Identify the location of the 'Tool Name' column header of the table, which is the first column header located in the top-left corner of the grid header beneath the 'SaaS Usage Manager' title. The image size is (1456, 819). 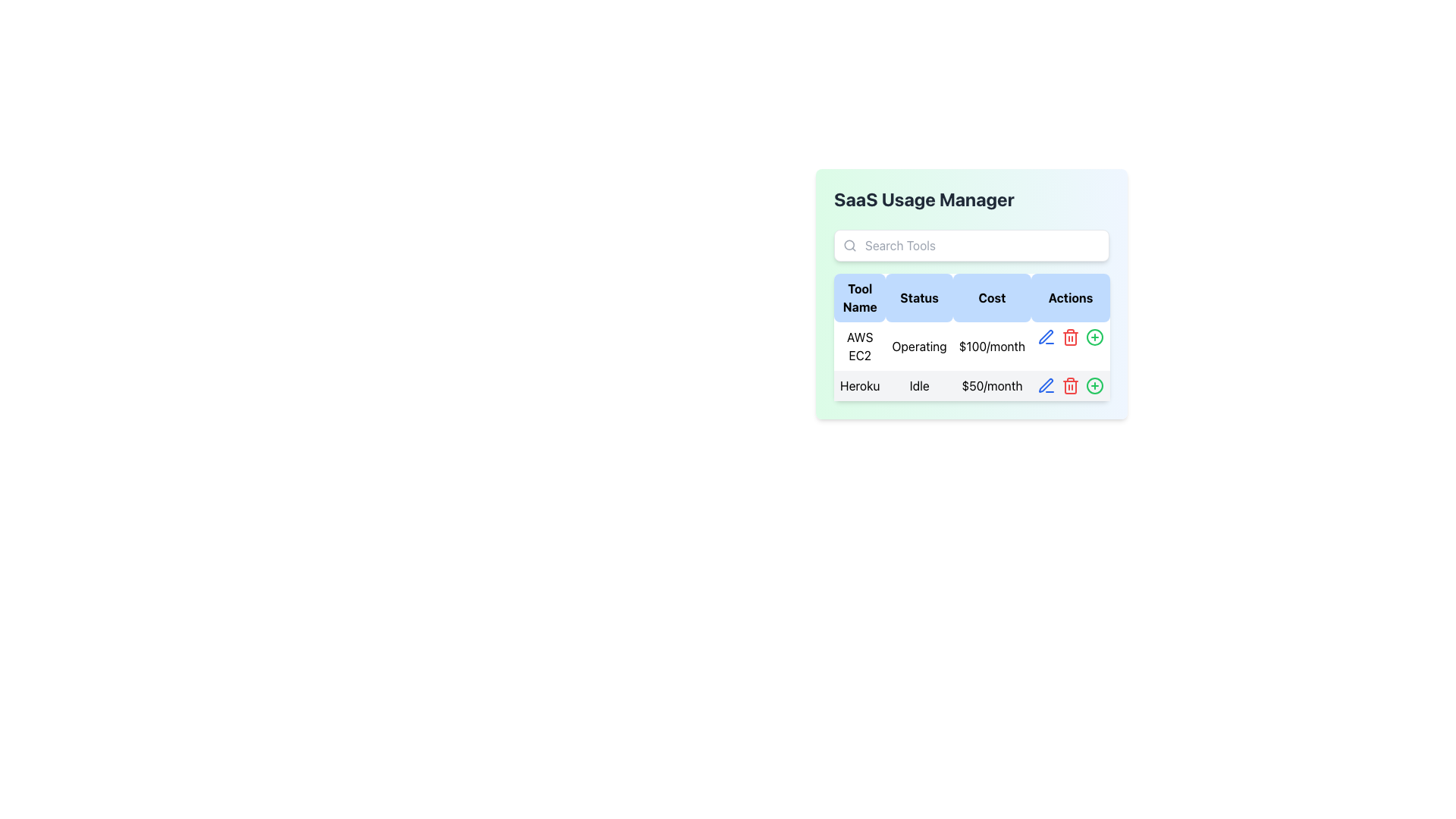
(860, 298).